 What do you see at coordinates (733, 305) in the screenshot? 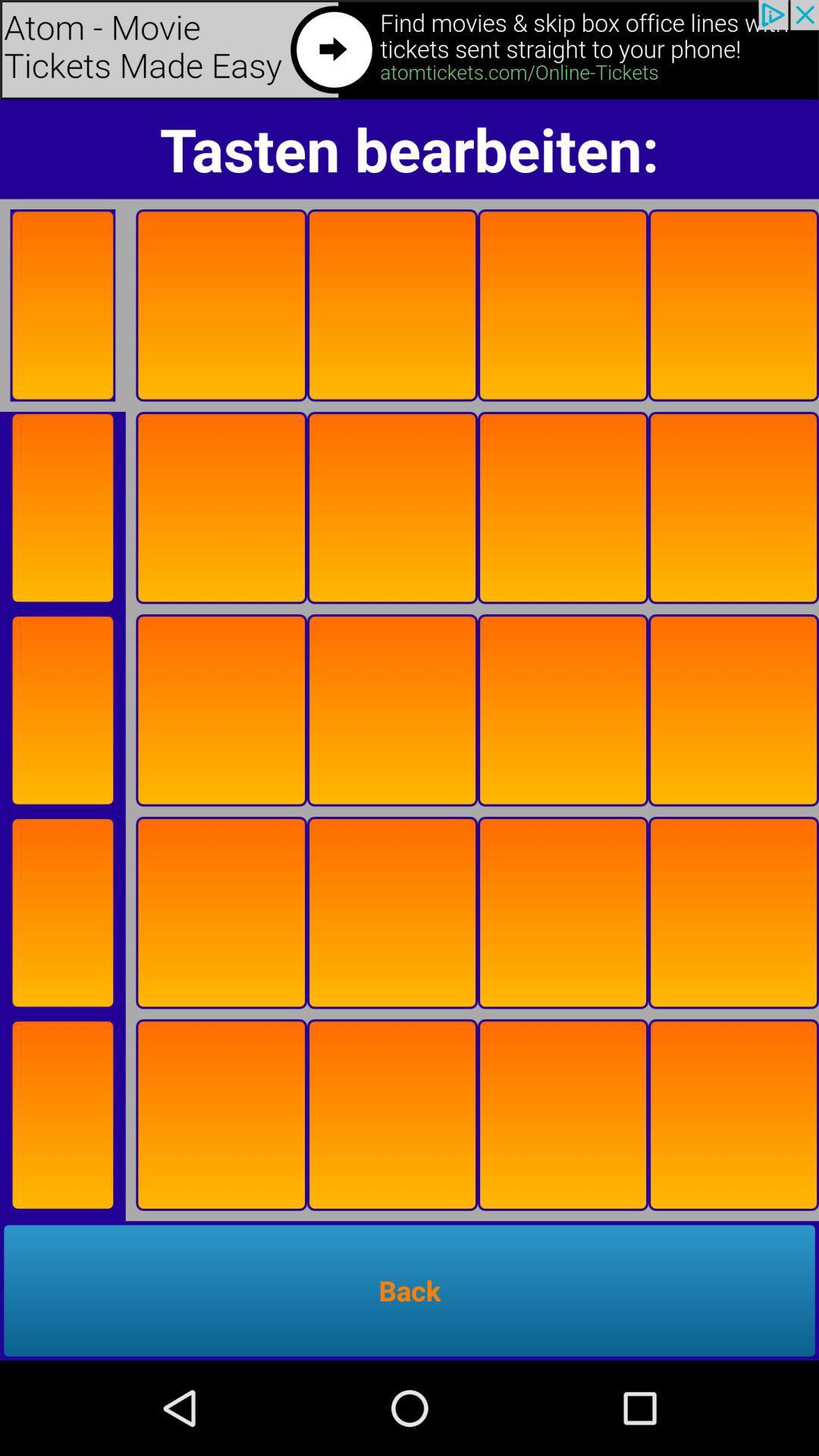
I see `move to the fifth box in the first row` at bounding box center [733, 305].